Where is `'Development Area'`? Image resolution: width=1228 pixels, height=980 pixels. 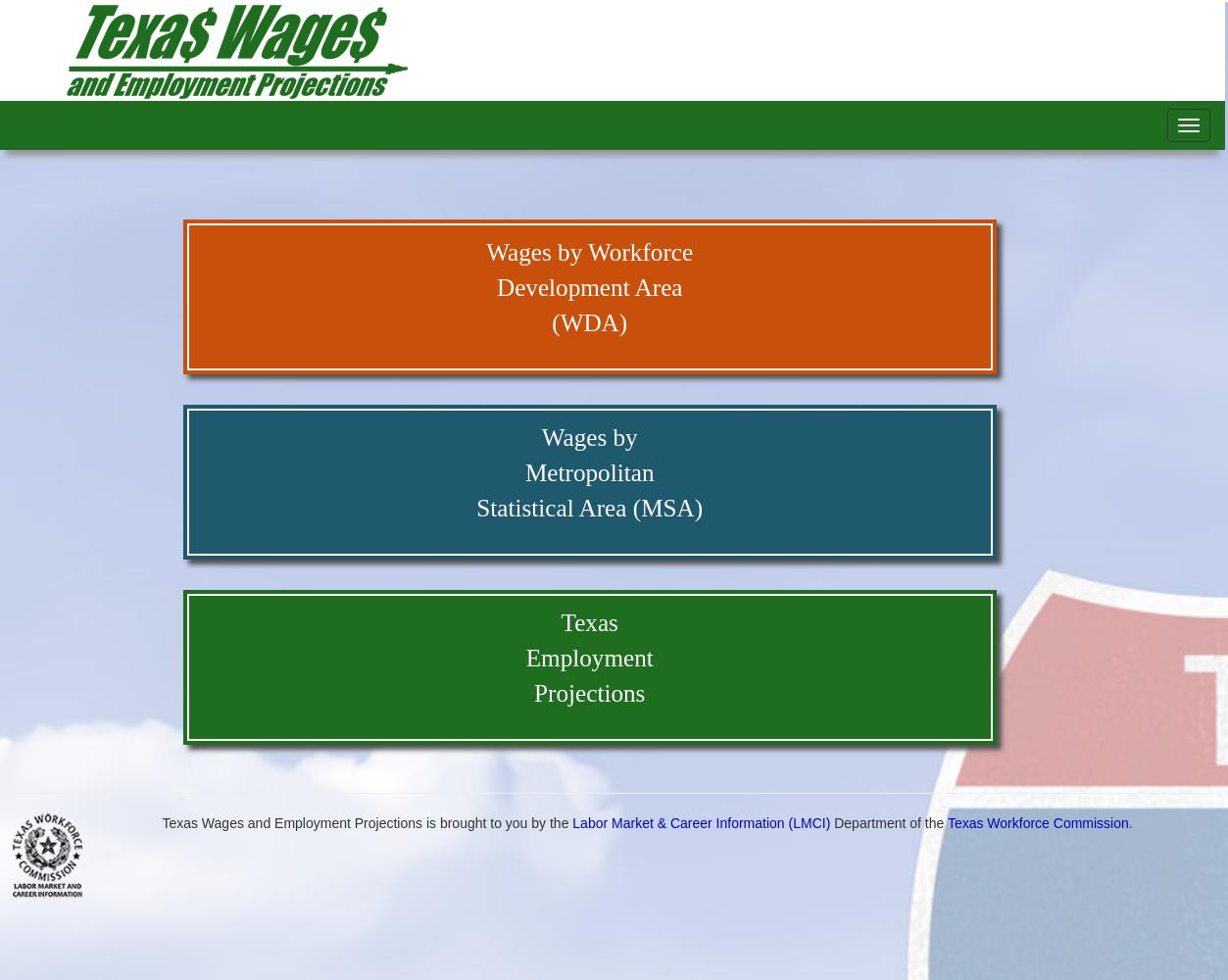
'Development Area' is located at coordinates (588, 287).